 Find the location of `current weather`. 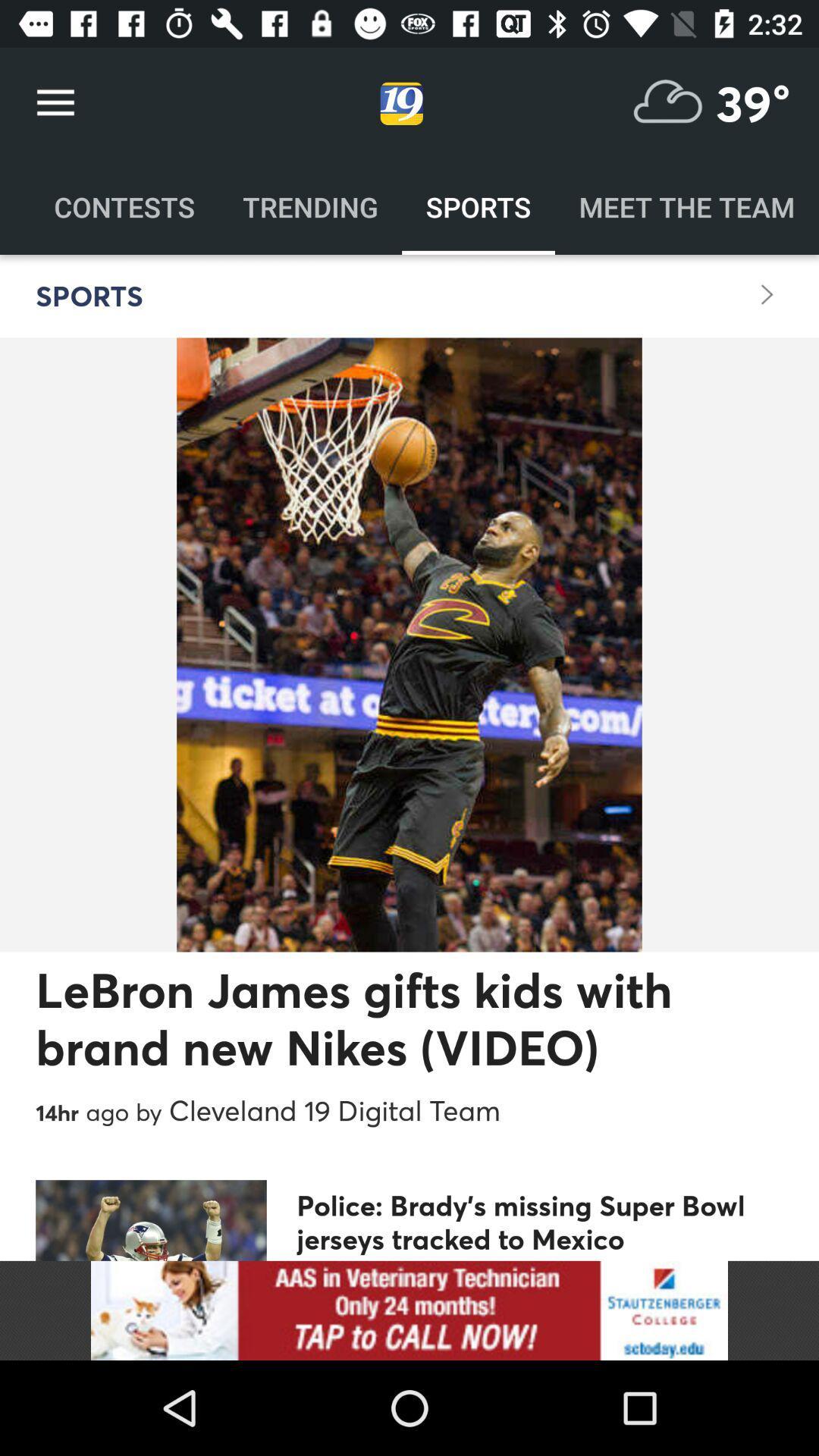

current weather is located at coordinates (667, 102).